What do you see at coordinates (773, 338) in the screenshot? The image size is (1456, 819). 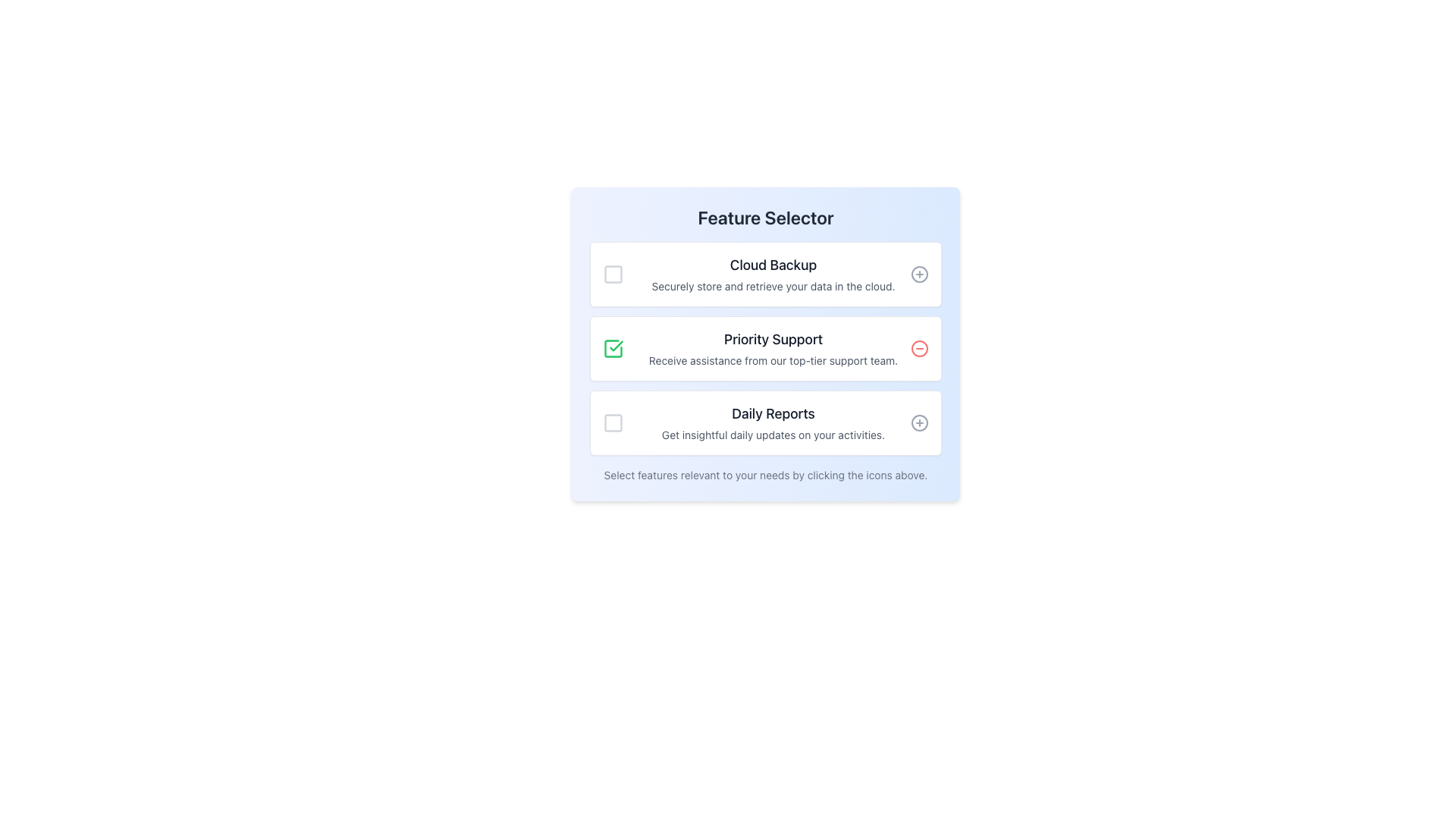 I see `the 'Priority Support' title text label located in the middle section of the 'Feature Selector' dialog above the explanatory text` at bounding box center [773, 338].